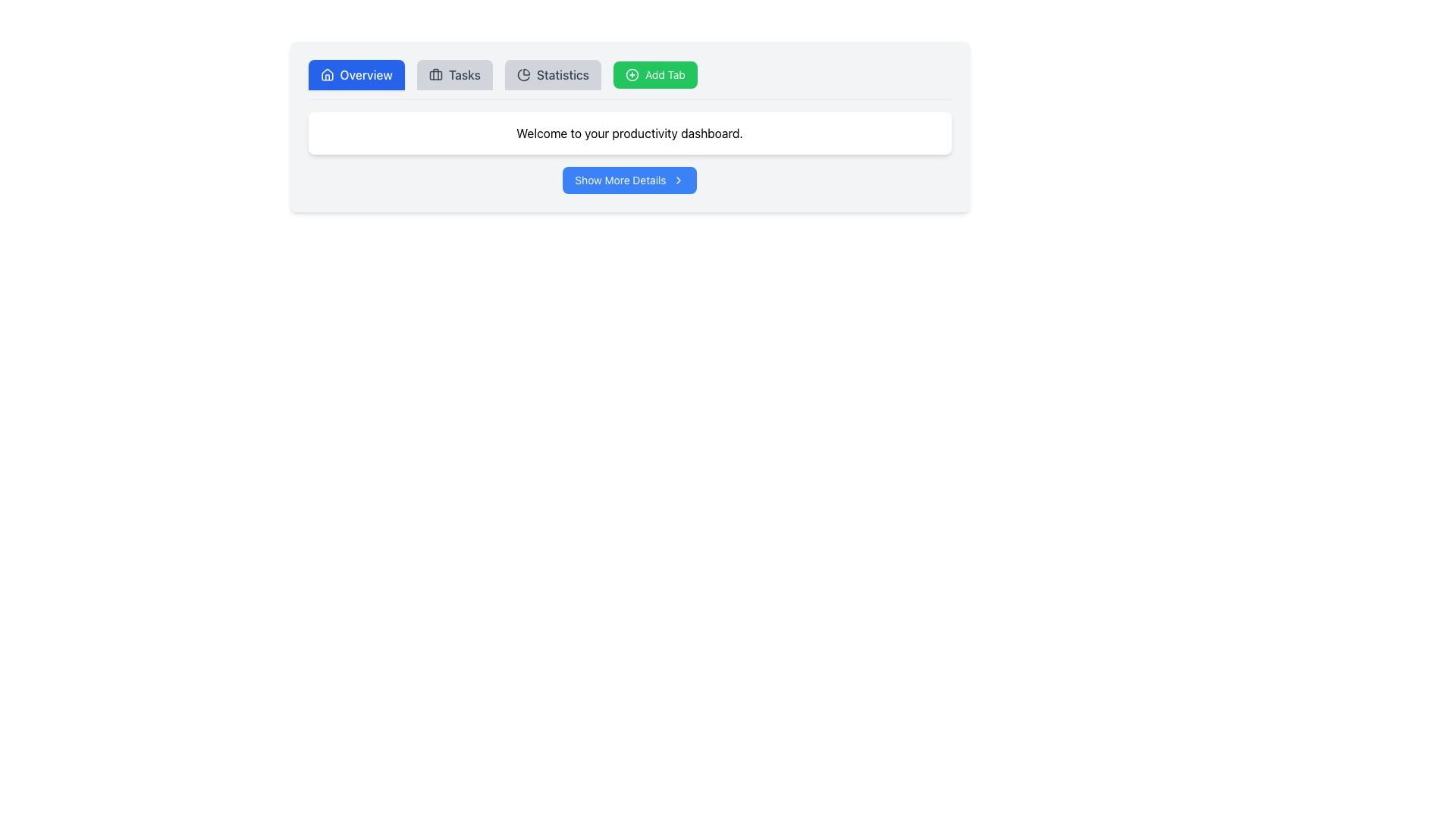 The width and height of the screenshot is (1456, 819). What do you see at coordinates (629, 180) in the screenshot?
I see `the blue button labeled 'Show More Details' with a white text and a chevron icon, located at the bottom of the panel under the welcome message` at bounding box center [629, 180].